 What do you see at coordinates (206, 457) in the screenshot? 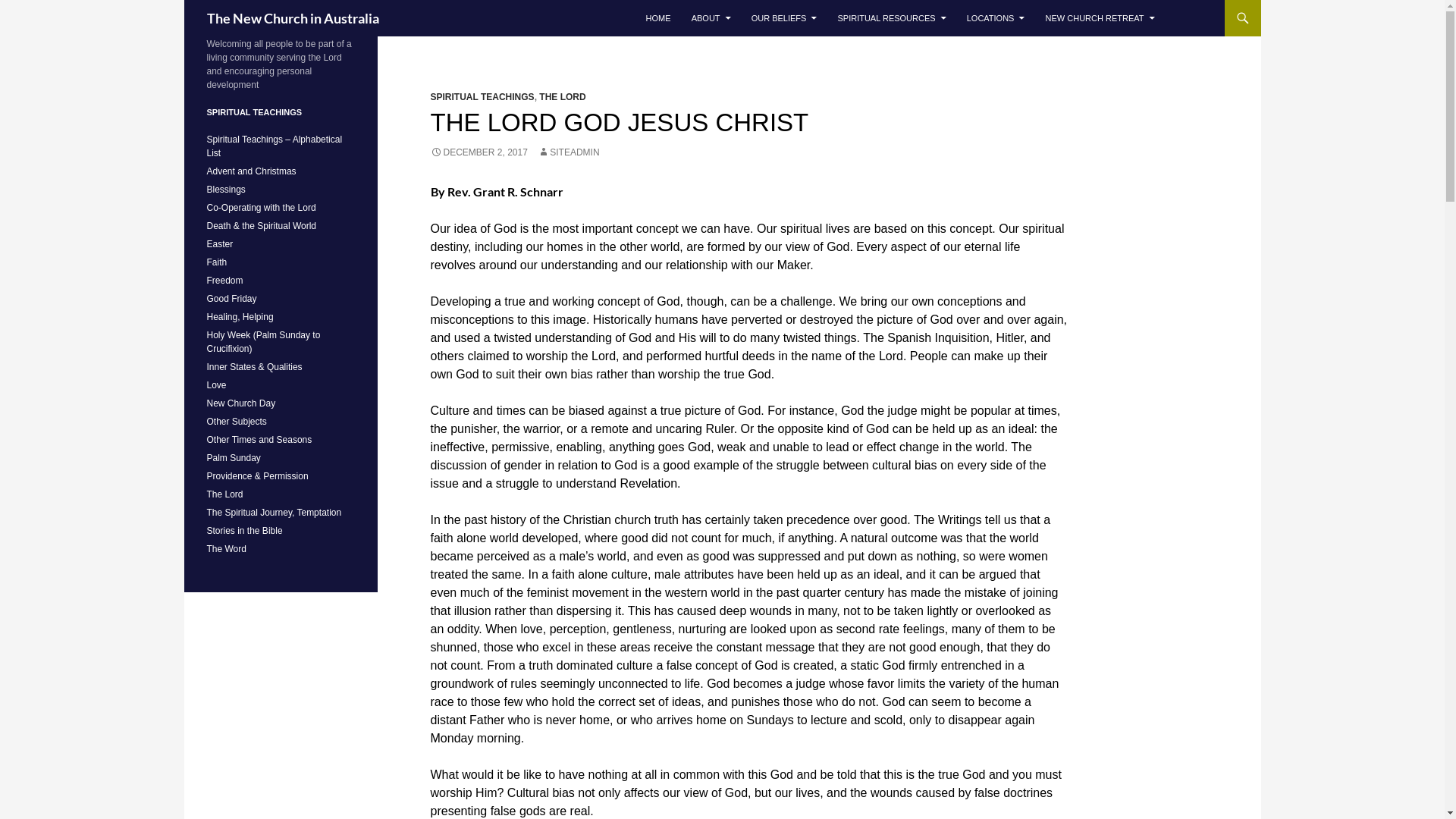
I see `'Palm Sunday'` at bounding box center [206, 457].